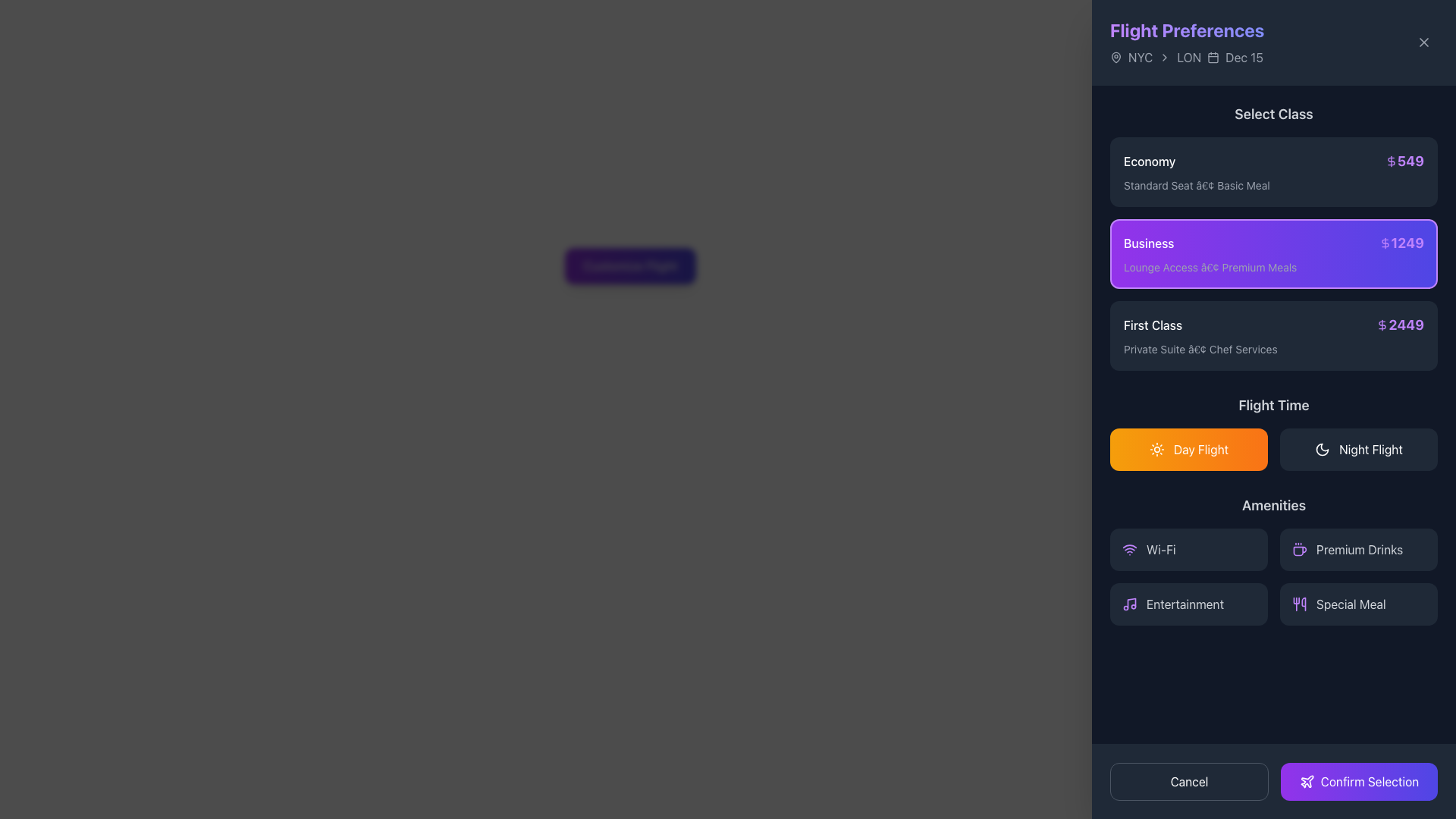  I want to click on the 'Amenities' section header located within the 'Flight Preferences' interface, positioned directly beneath the 'Flight Time' option, so click(1274, 506).